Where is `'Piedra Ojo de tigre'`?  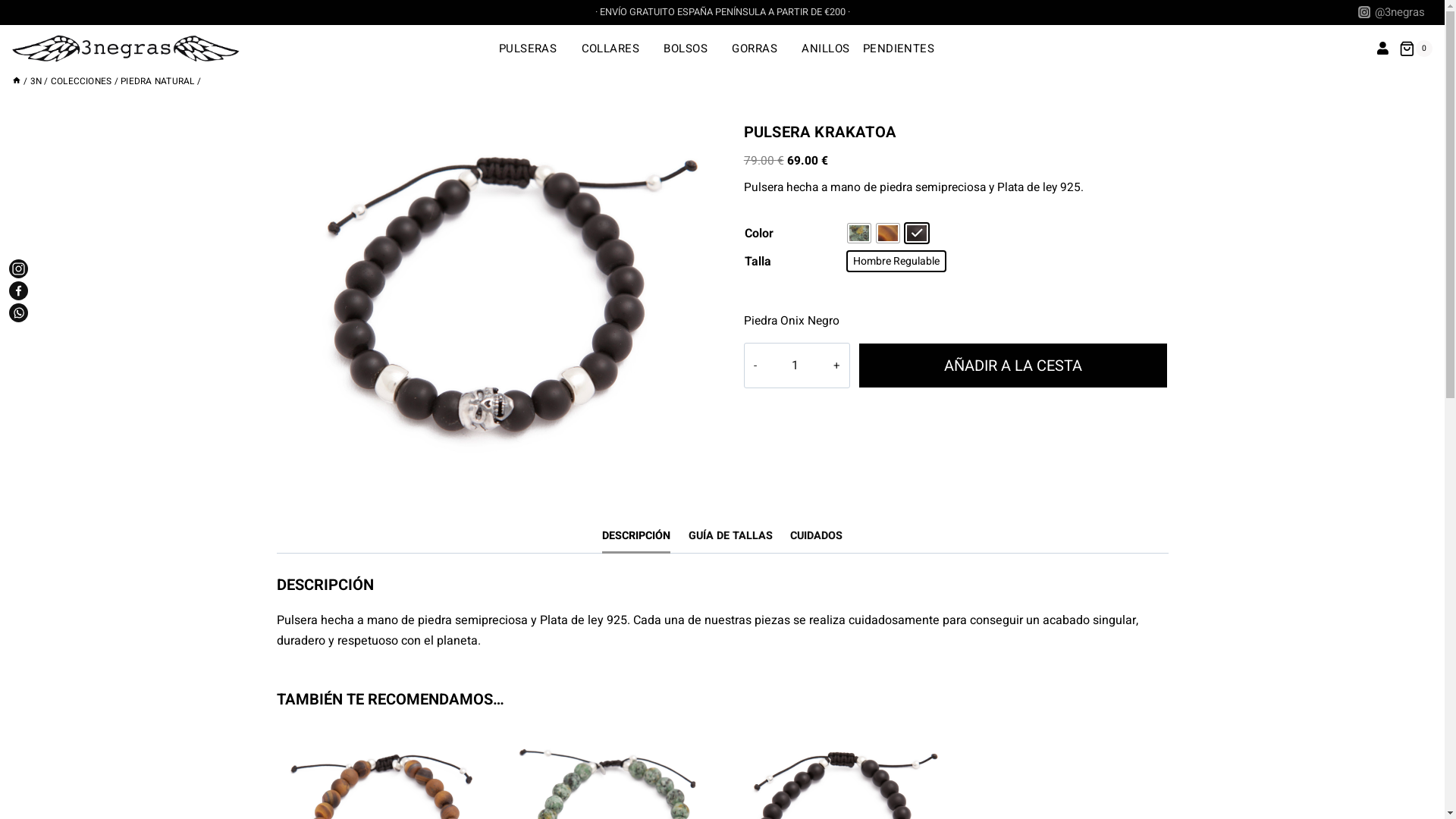 'Piedra Ojo de tigre' is located at coordinates (877, 233).